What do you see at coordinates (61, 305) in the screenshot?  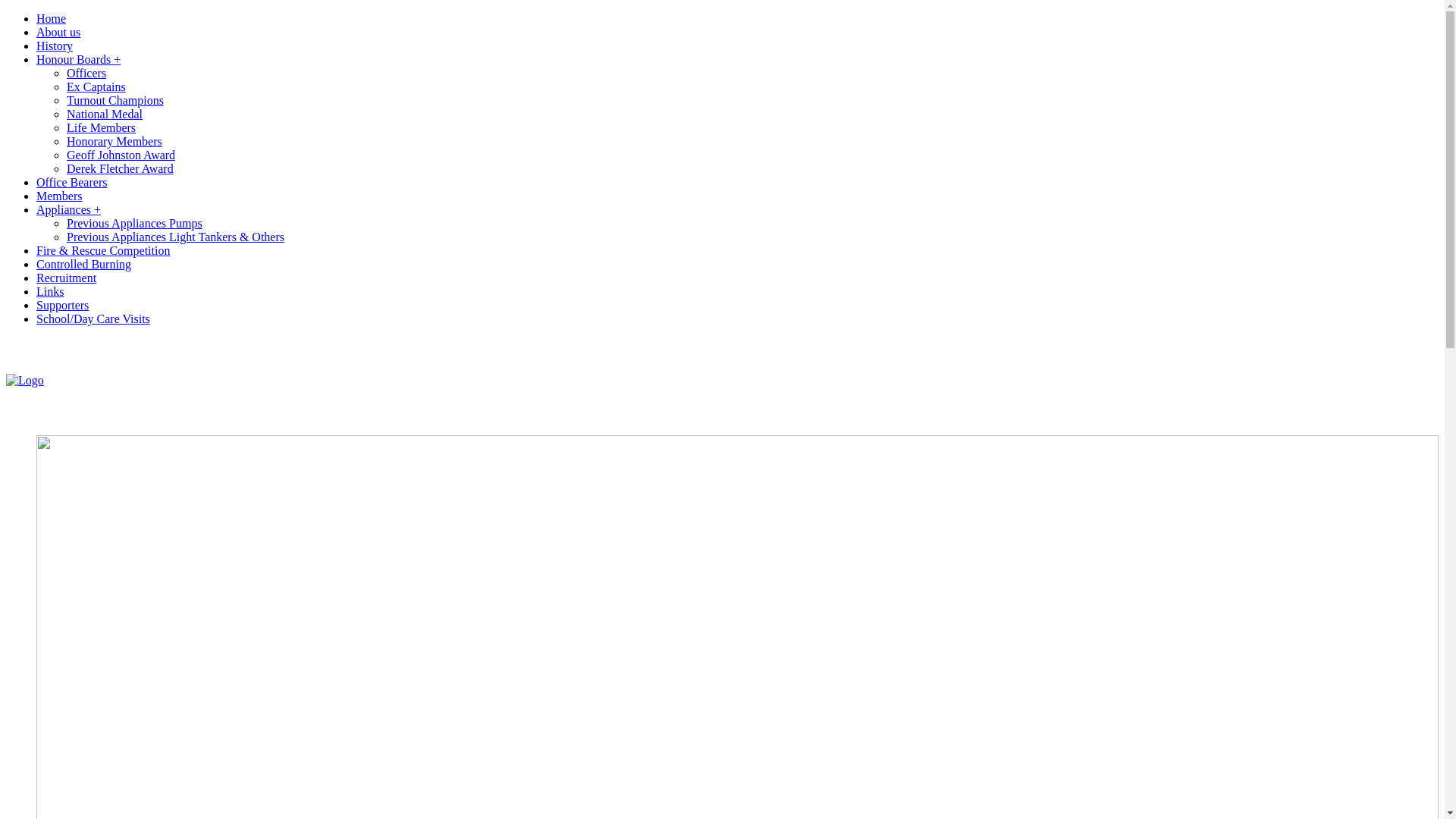 I see `'Supporters'` at bounding box center [61, 305].